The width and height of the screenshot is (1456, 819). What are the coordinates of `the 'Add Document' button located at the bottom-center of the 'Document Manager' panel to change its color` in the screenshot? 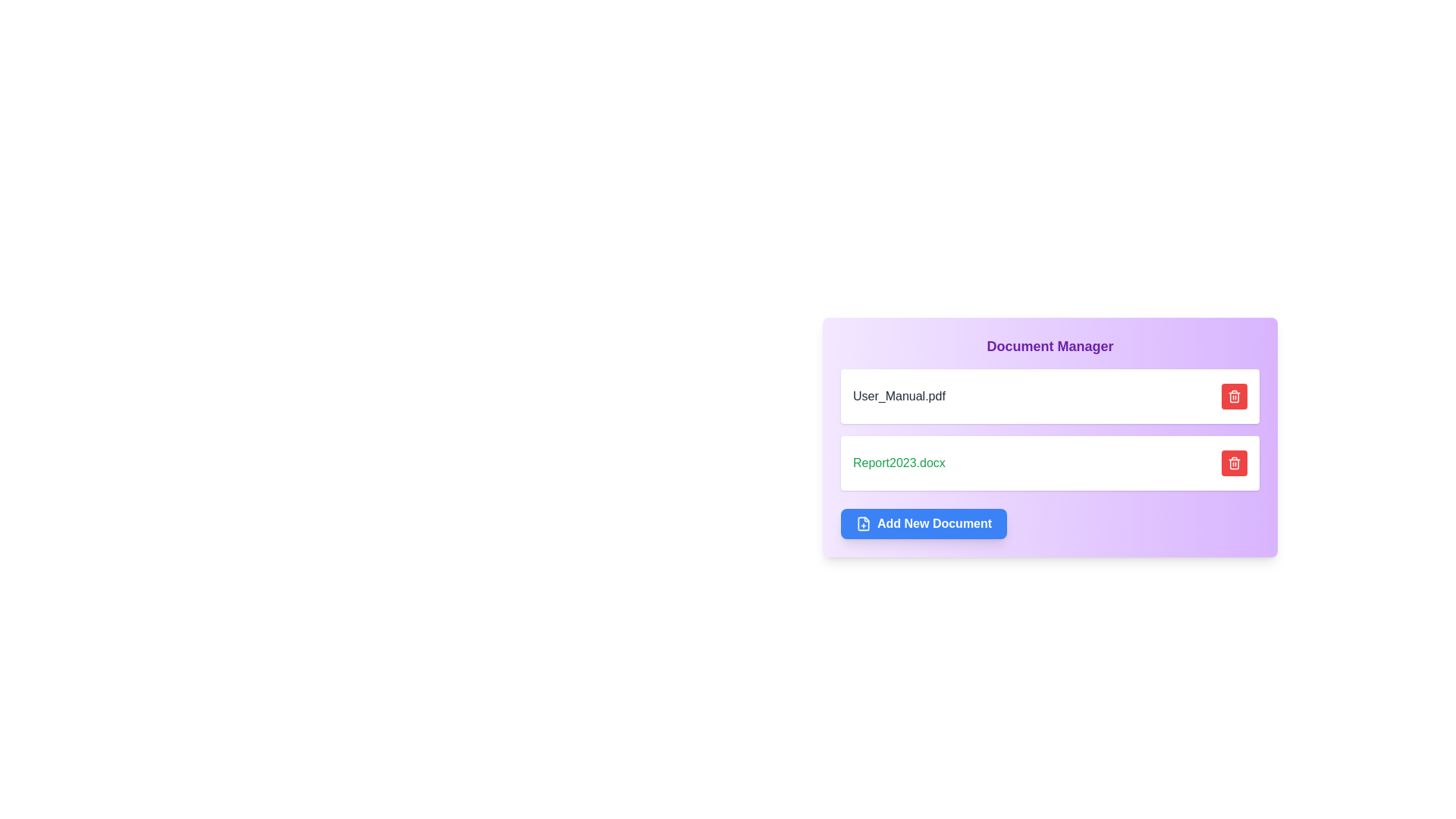 It's located at (923, 522).